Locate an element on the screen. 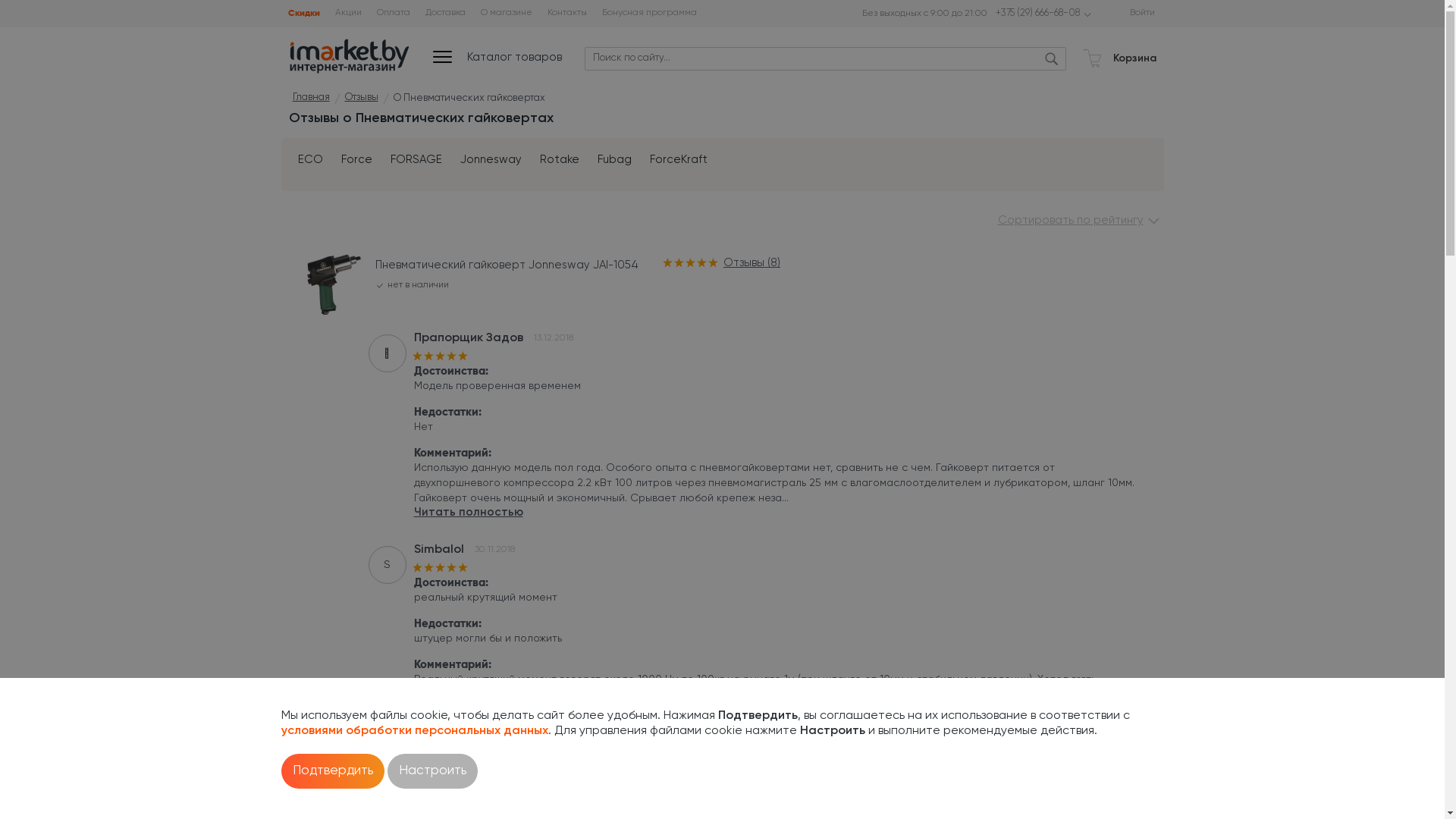  'ForceKraft' is located at coordinates (676, 160).